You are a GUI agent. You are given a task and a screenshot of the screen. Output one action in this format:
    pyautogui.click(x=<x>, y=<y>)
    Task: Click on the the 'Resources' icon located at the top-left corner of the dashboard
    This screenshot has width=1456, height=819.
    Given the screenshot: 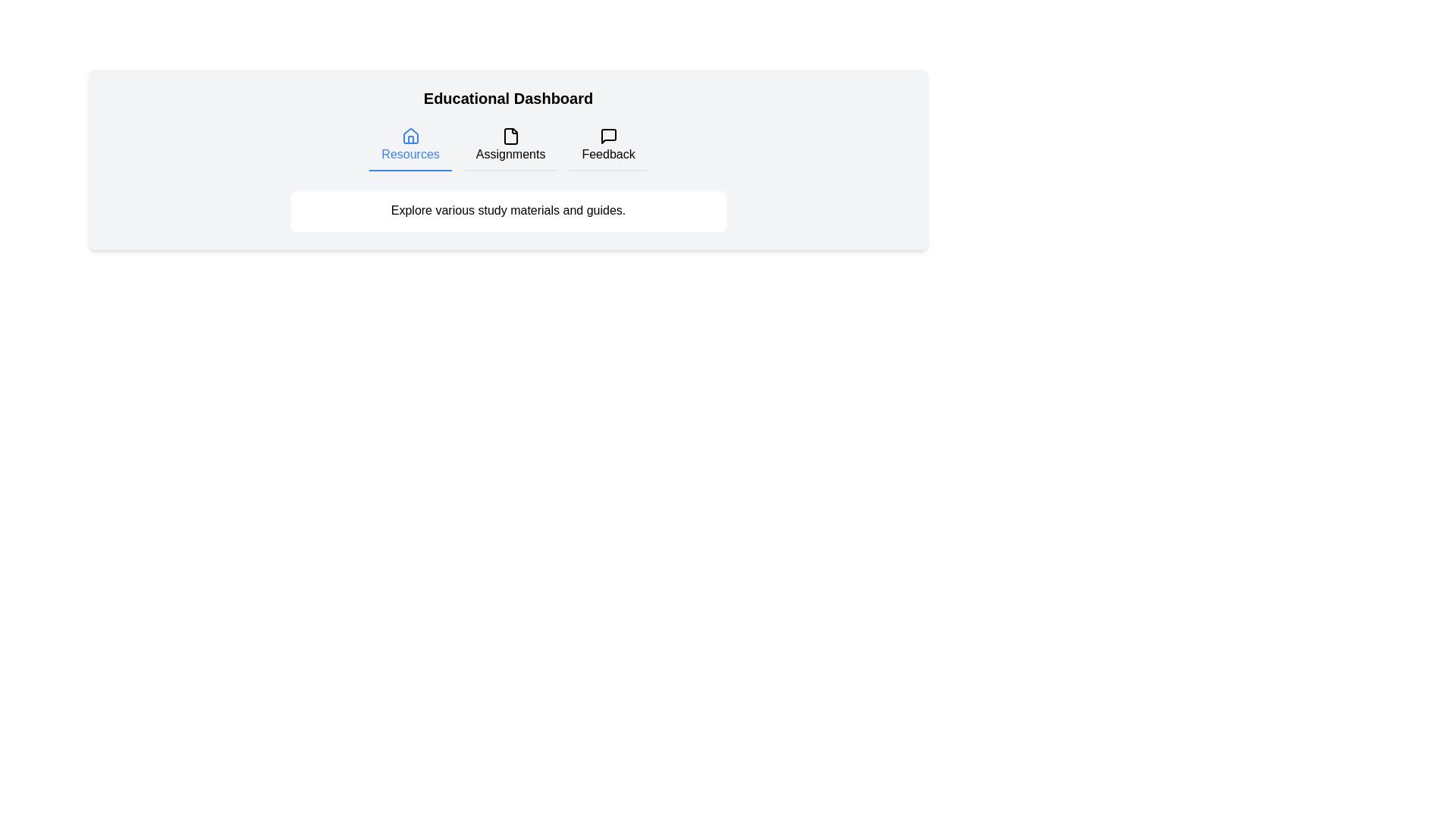 What is the action you would take?
    pyautogui.click(x=410, y=136)
    